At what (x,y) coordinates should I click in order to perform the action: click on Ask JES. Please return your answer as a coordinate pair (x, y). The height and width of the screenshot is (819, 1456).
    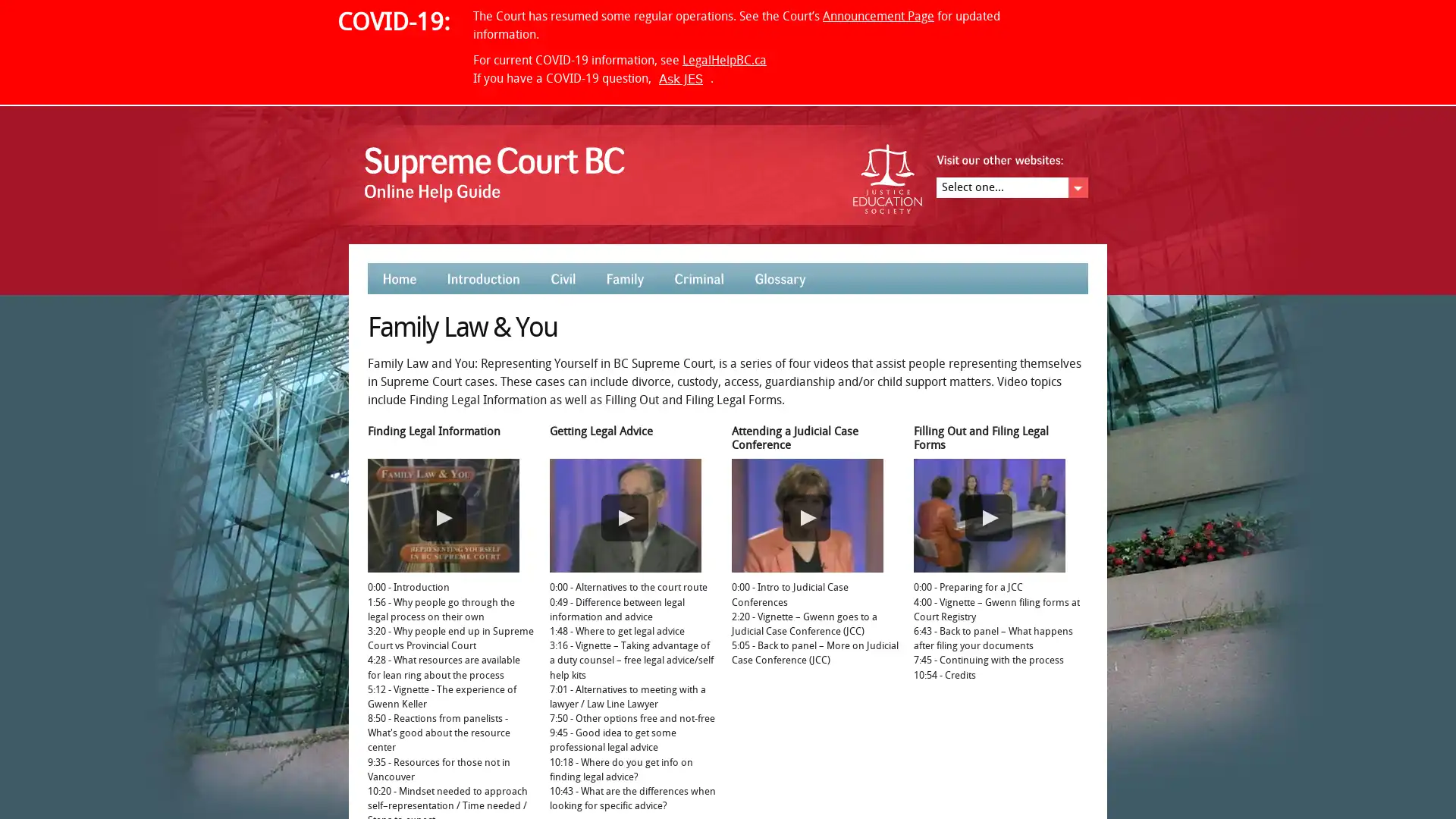
    Looking at the image, I should click on (679, 79).